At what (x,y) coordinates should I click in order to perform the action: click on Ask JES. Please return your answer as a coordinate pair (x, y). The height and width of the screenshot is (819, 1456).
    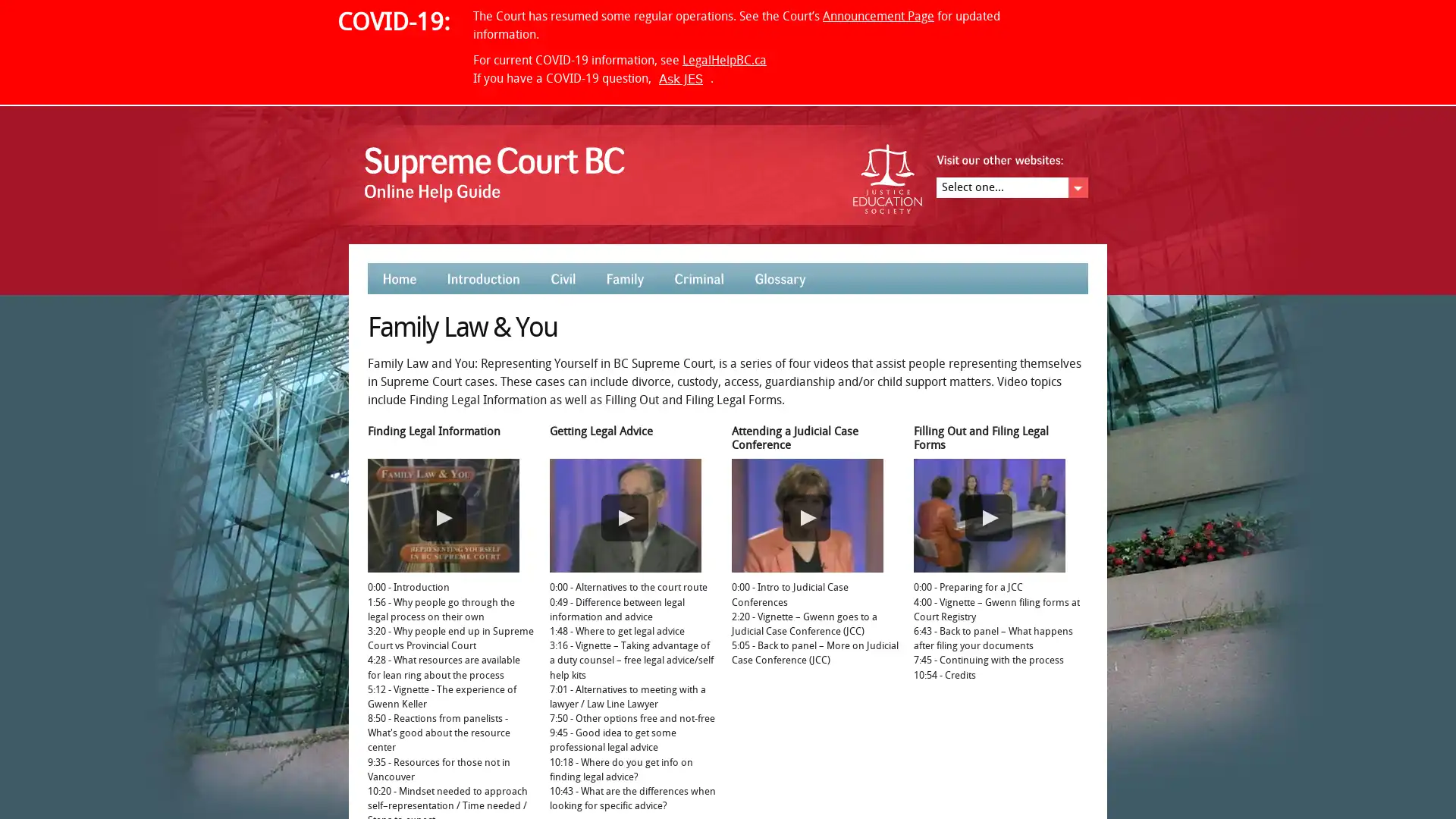
    Looking at the image, I should click on (679, 79).